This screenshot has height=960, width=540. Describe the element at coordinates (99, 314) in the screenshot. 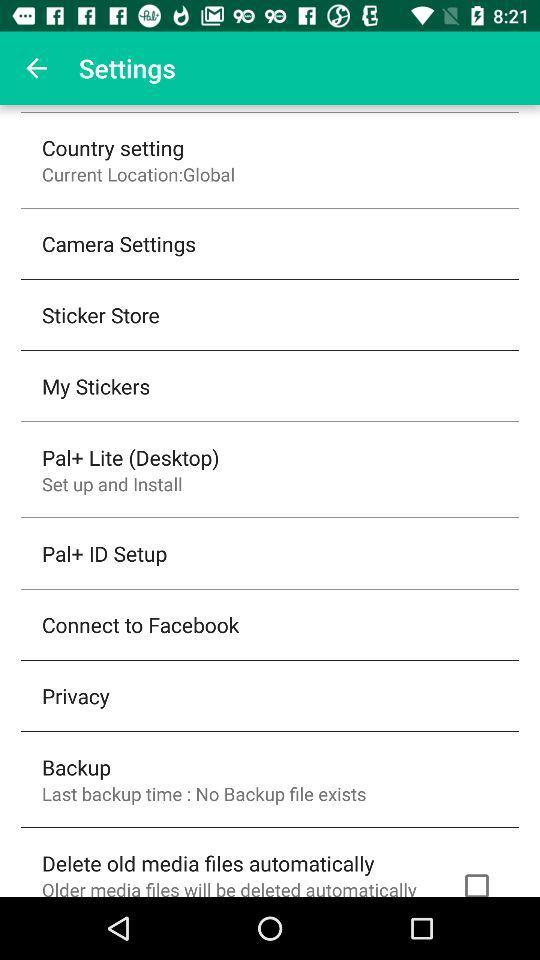

I see `icon above the my stickers item` at that location.